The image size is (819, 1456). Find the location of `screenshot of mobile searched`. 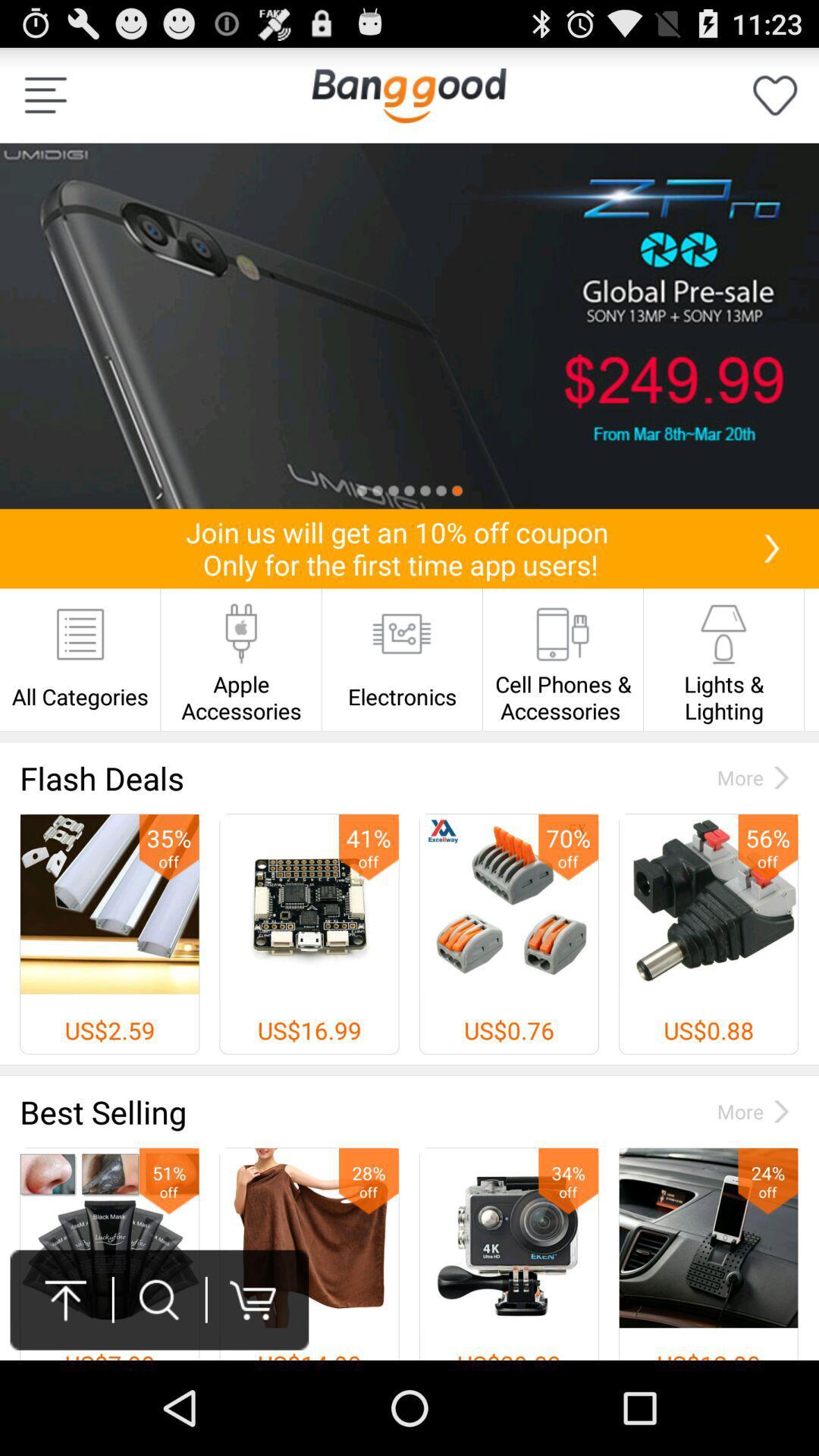

screenshot of mobile searched is located at coordinates (409, 325).